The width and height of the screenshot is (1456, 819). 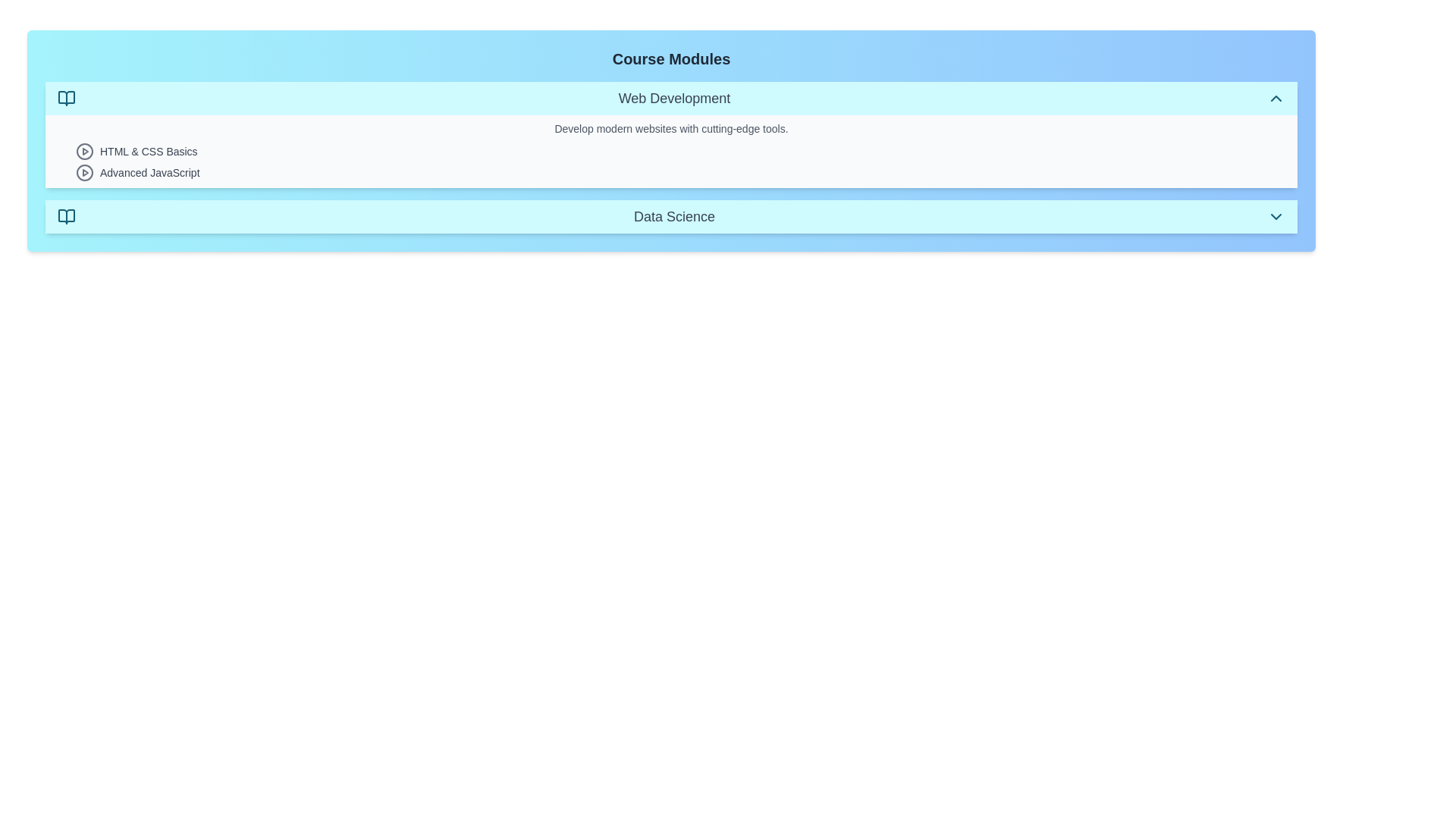 I want to click on the Collapsible header labeled 'Data Science' with a light cyan background, so click(x=670, y=216).